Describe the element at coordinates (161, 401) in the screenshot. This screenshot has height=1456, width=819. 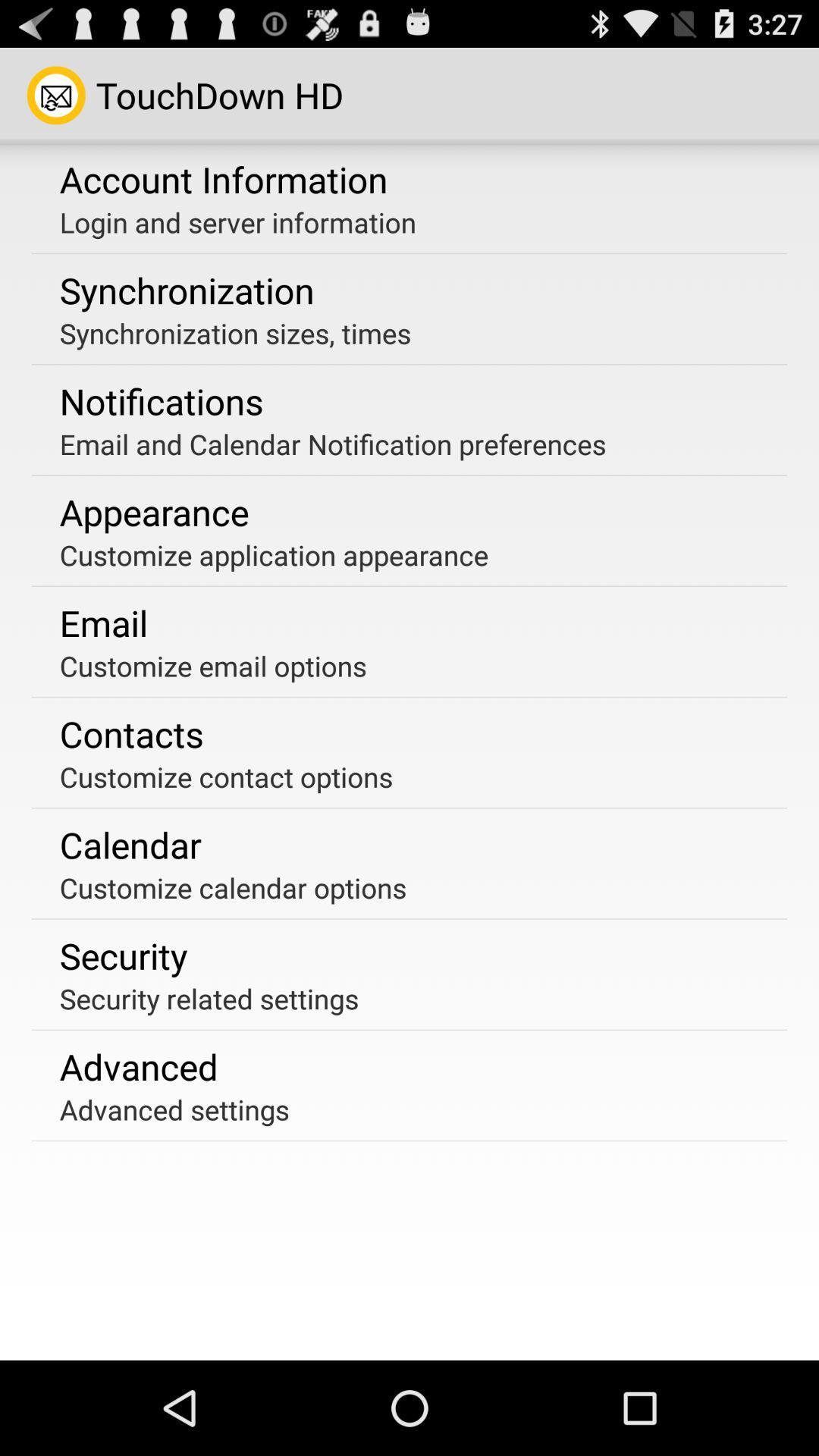
I see `the icon above email and calendar icon` at that location.